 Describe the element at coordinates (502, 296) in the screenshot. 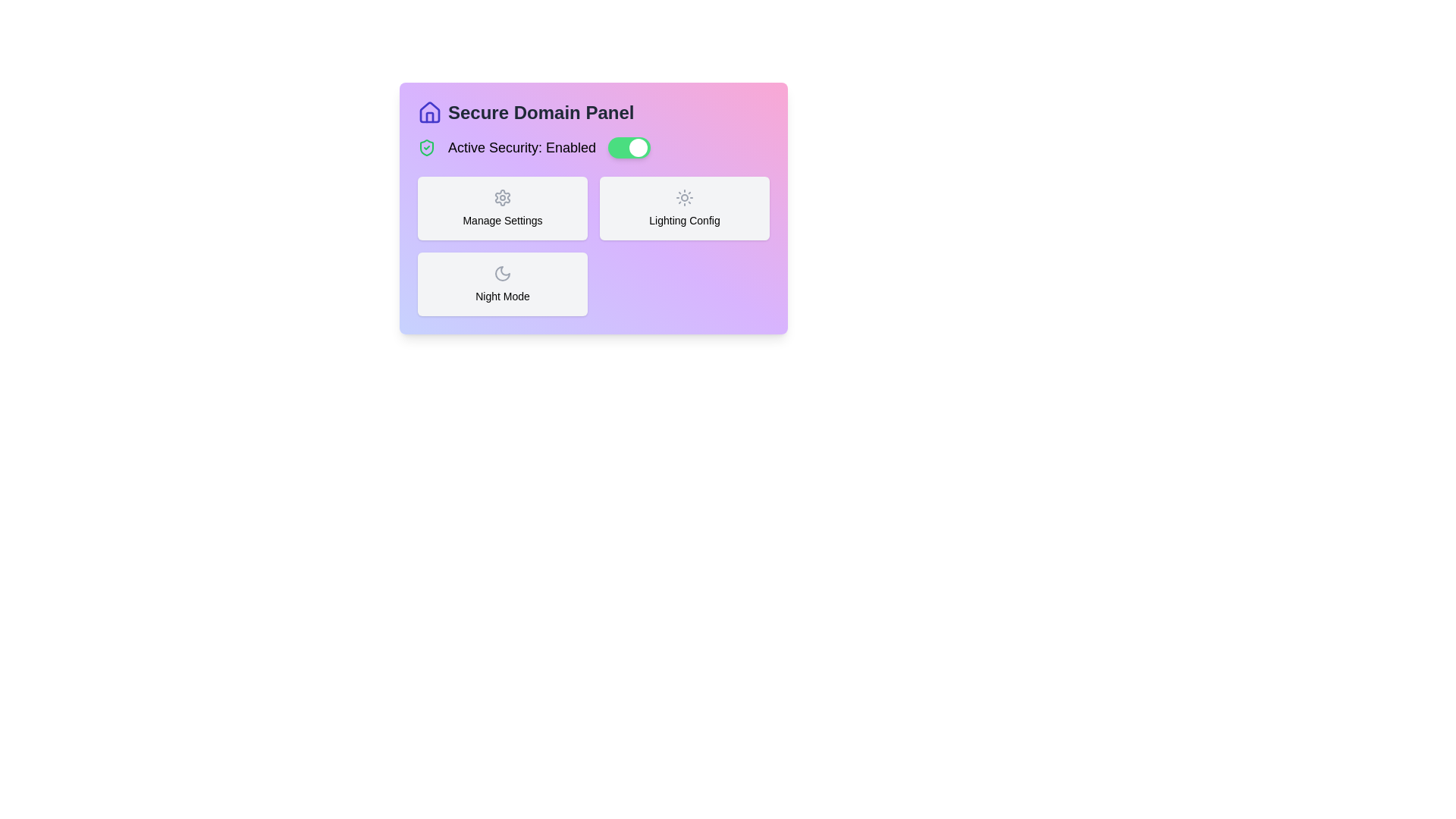

I see `the Text label that describes the button for toggling night or dark mode, located within the 'Secure Domain Panel' beneath the crescent moon icon` at that location.